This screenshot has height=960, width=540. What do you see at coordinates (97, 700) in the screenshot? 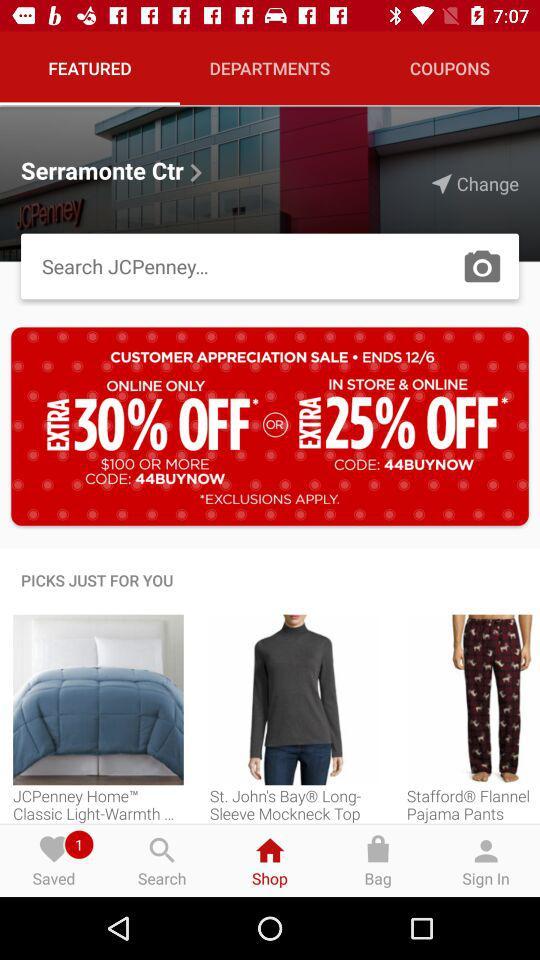
I see `the image below picks just for you` at bounding box center [97, 700].